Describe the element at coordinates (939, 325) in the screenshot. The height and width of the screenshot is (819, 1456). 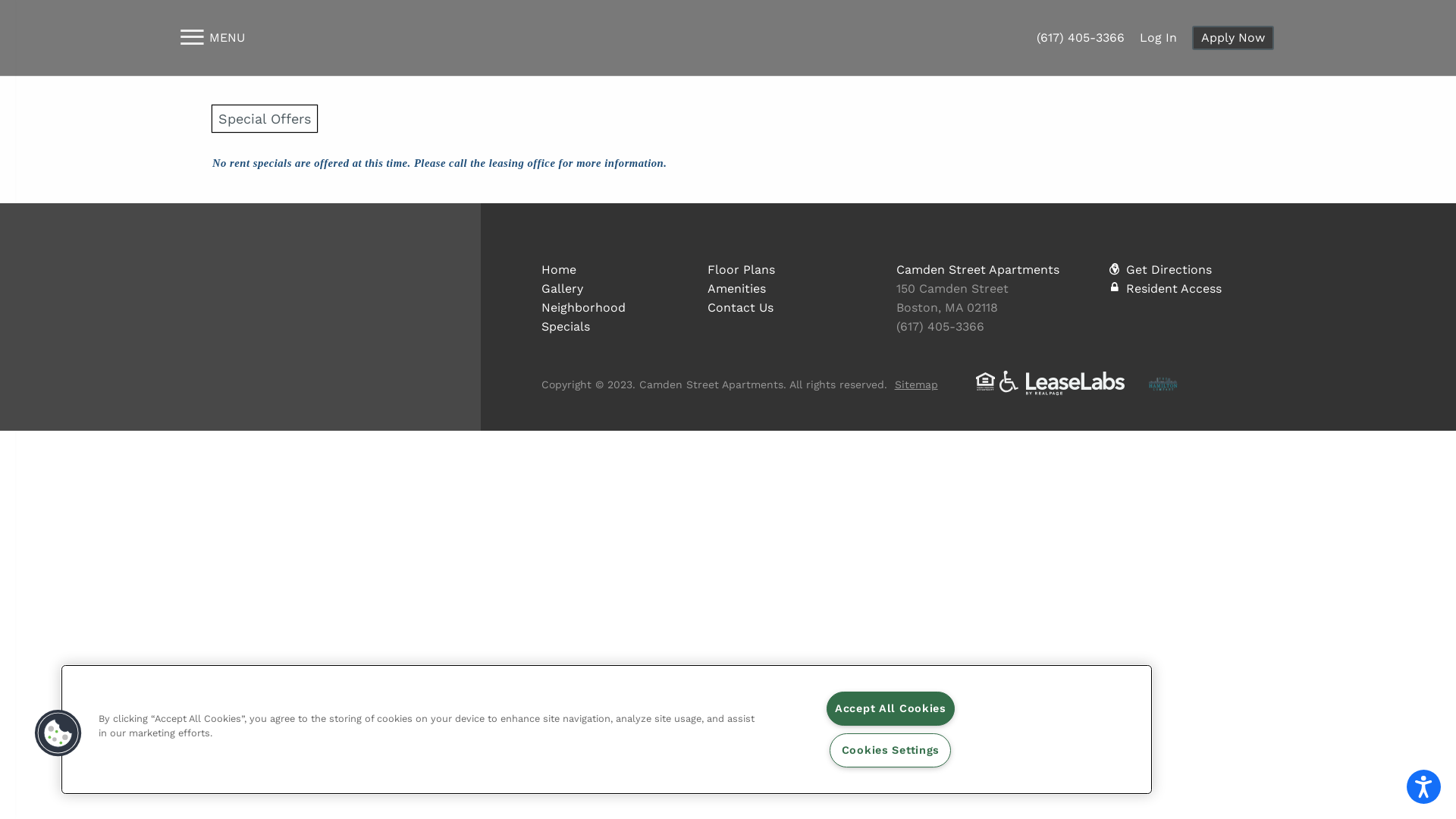
I see `'(617) 405-3366'` at that location.